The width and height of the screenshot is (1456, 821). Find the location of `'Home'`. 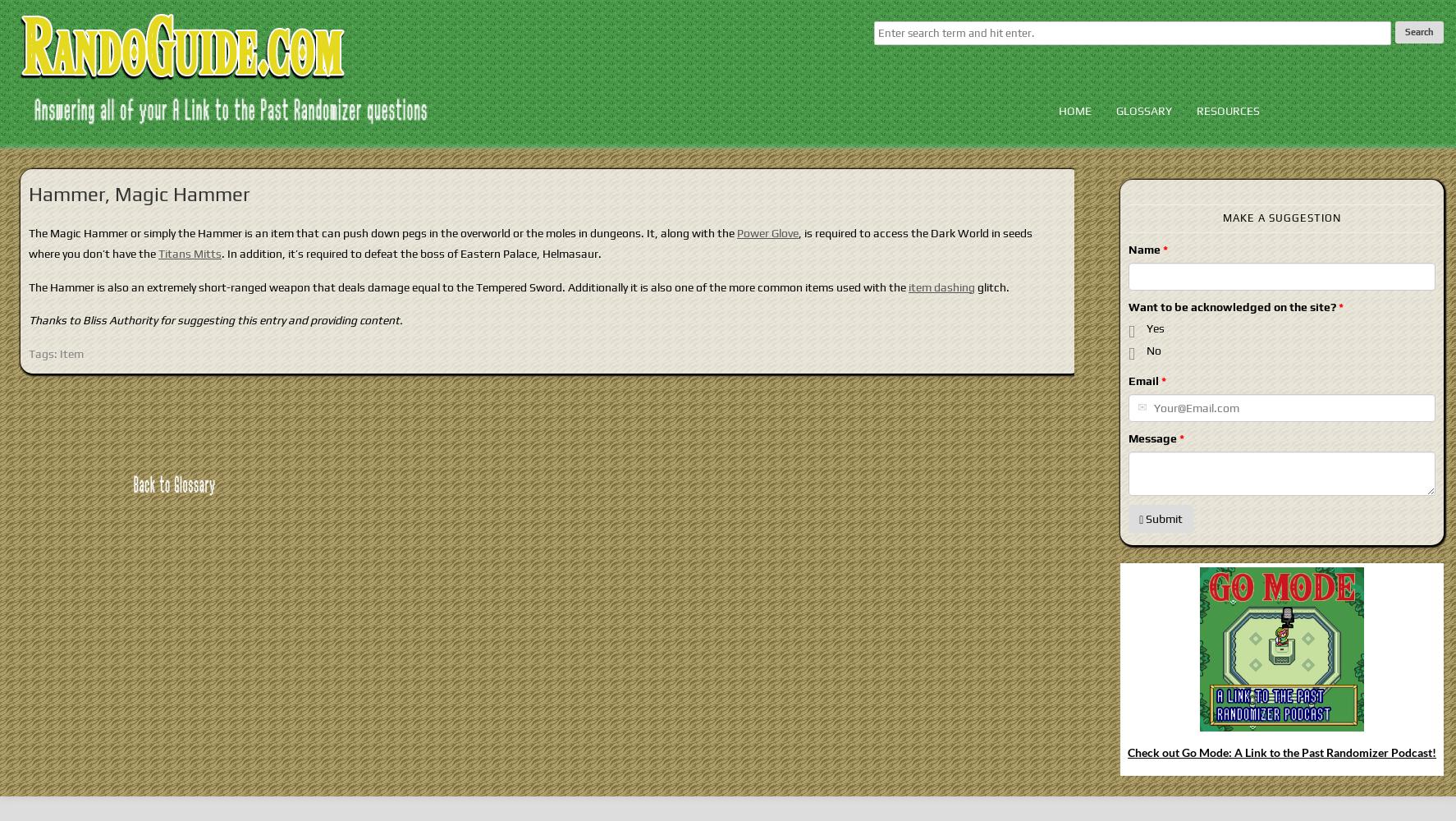

'Home' is located at coordinates (1056, 111).